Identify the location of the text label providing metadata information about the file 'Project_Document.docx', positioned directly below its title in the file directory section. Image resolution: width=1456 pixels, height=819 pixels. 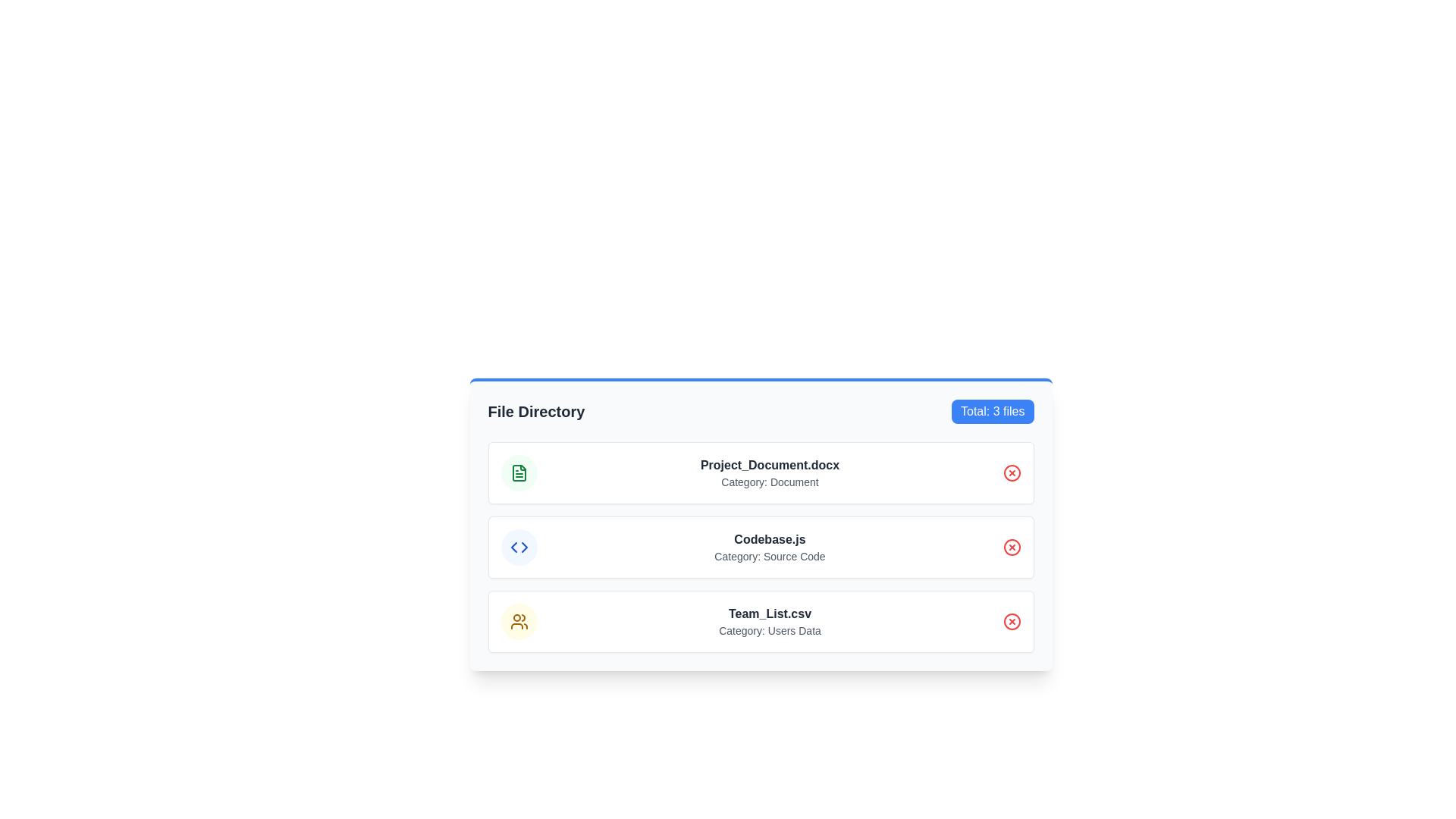
(770, 482).